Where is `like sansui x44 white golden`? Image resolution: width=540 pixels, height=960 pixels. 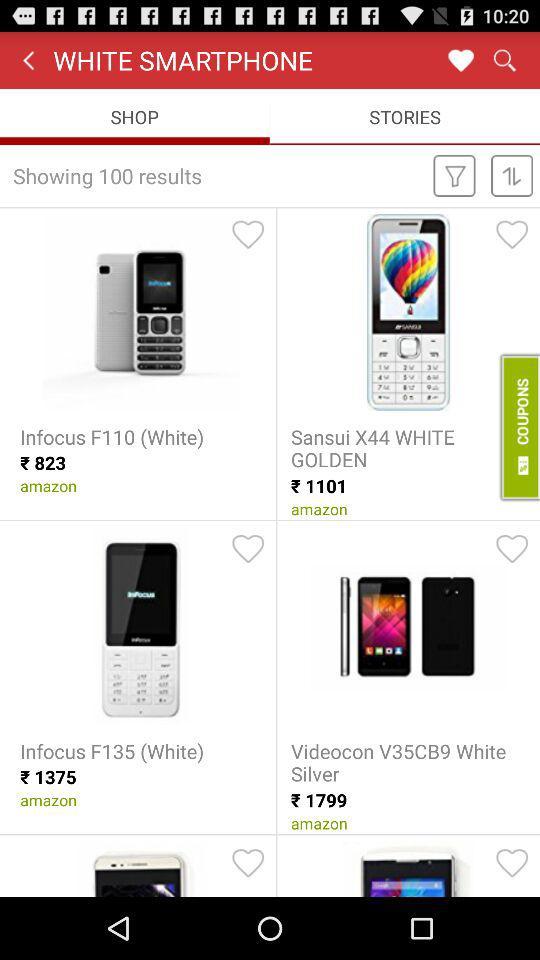 like sansui x44 white golden is located at coordinates (512, 234).